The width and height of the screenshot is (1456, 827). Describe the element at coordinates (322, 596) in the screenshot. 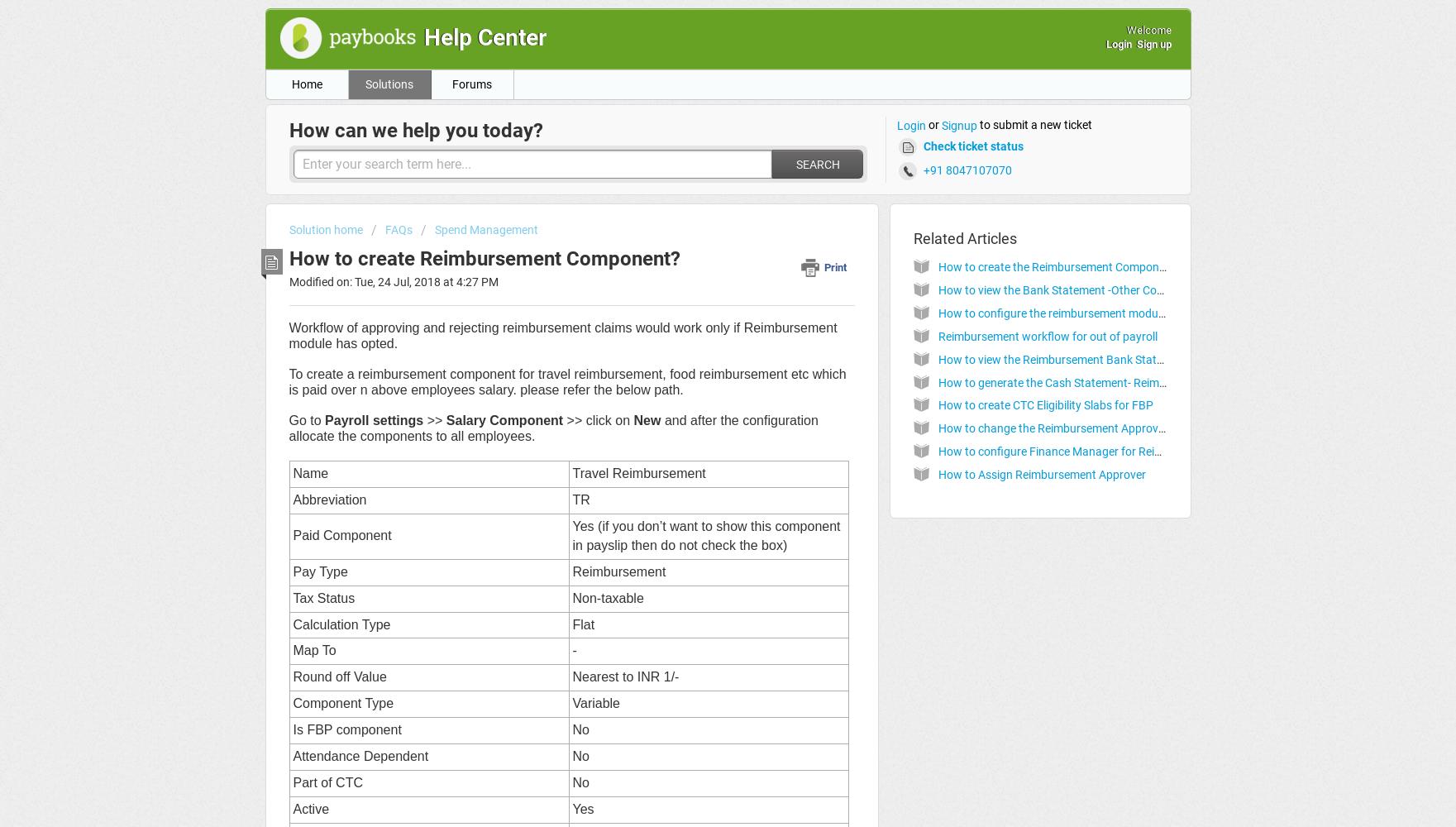

I see `'Tax Status'` at that location.